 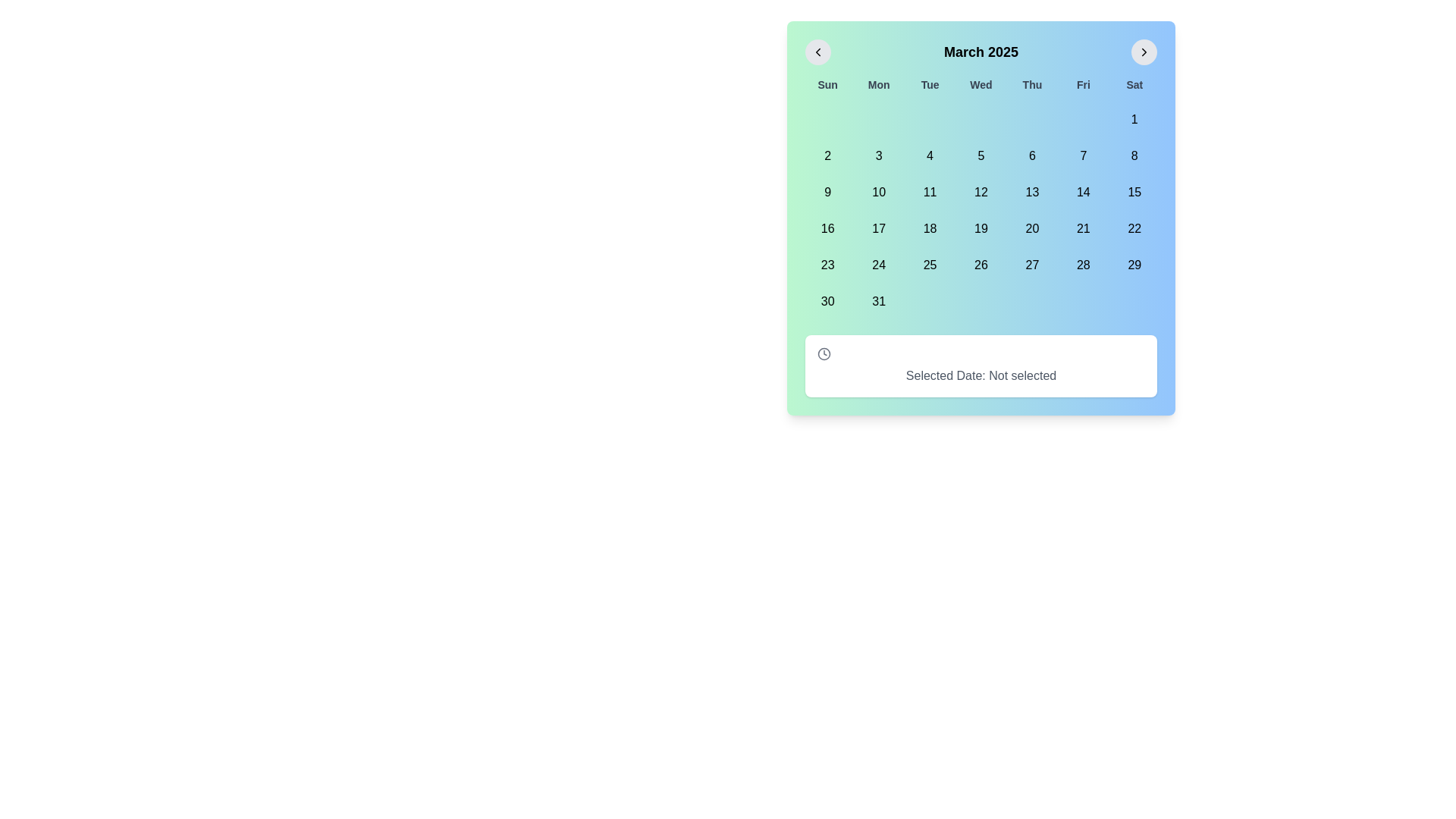 What do you see at coordinates (1031, 228) in the screenshot?
I see `the calendar date button displaying '20'` at bounding box center [1031, 228].